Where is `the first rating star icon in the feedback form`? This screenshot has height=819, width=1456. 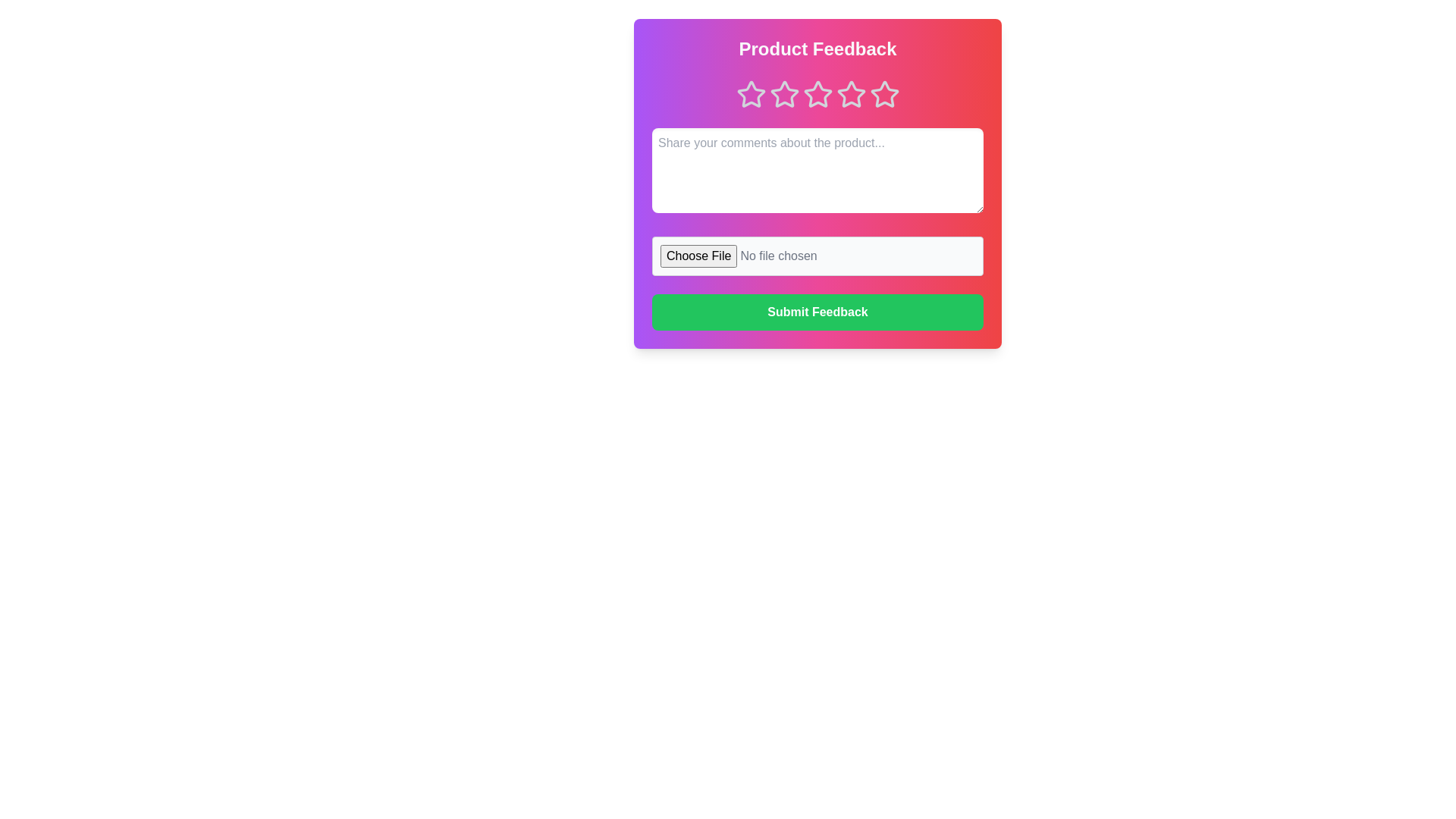 the first rating star icon in the feedback form is located at coordinates (751, 94).